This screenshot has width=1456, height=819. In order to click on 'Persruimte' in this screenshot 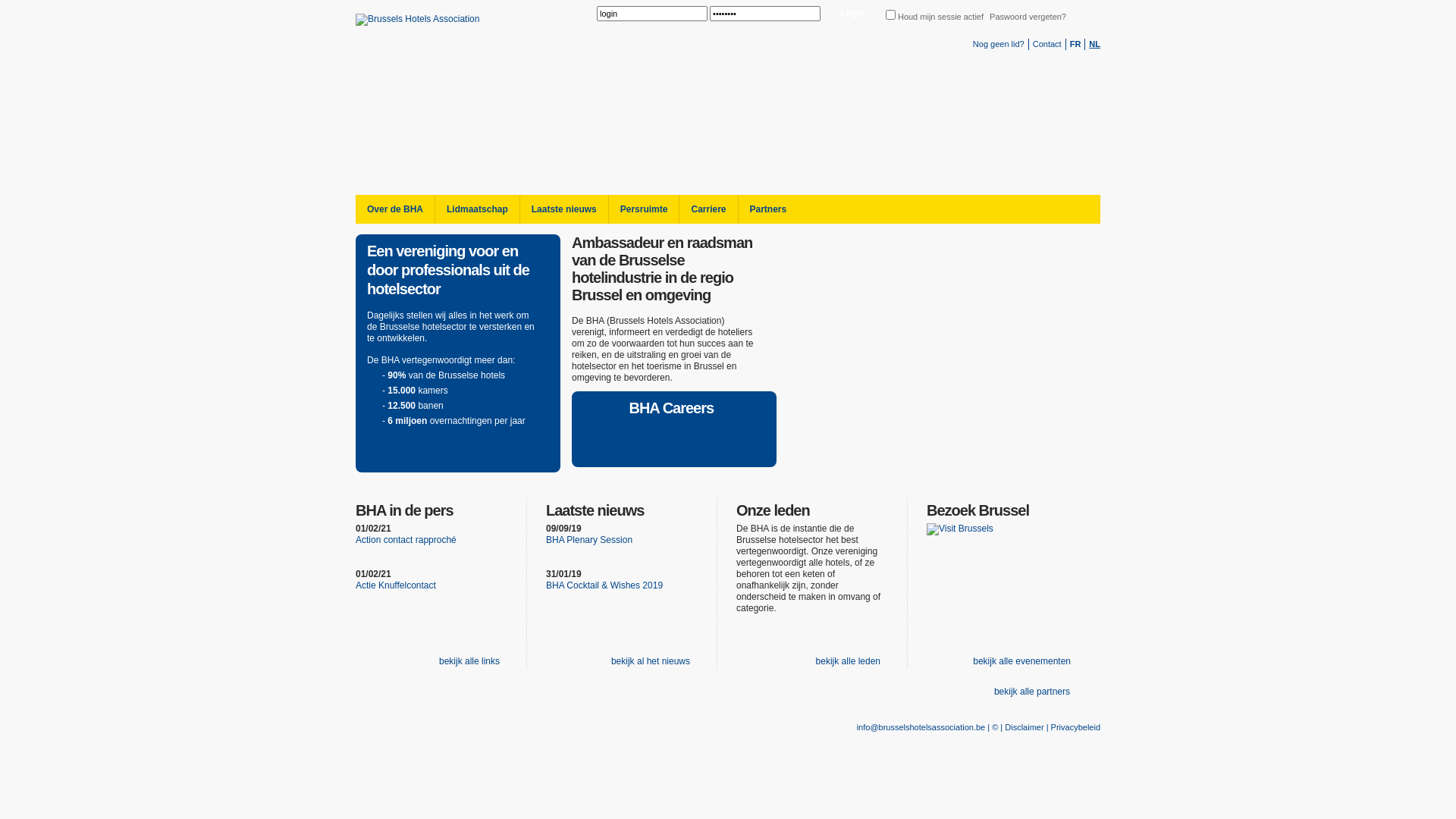, I will do `click(644, 209)`.